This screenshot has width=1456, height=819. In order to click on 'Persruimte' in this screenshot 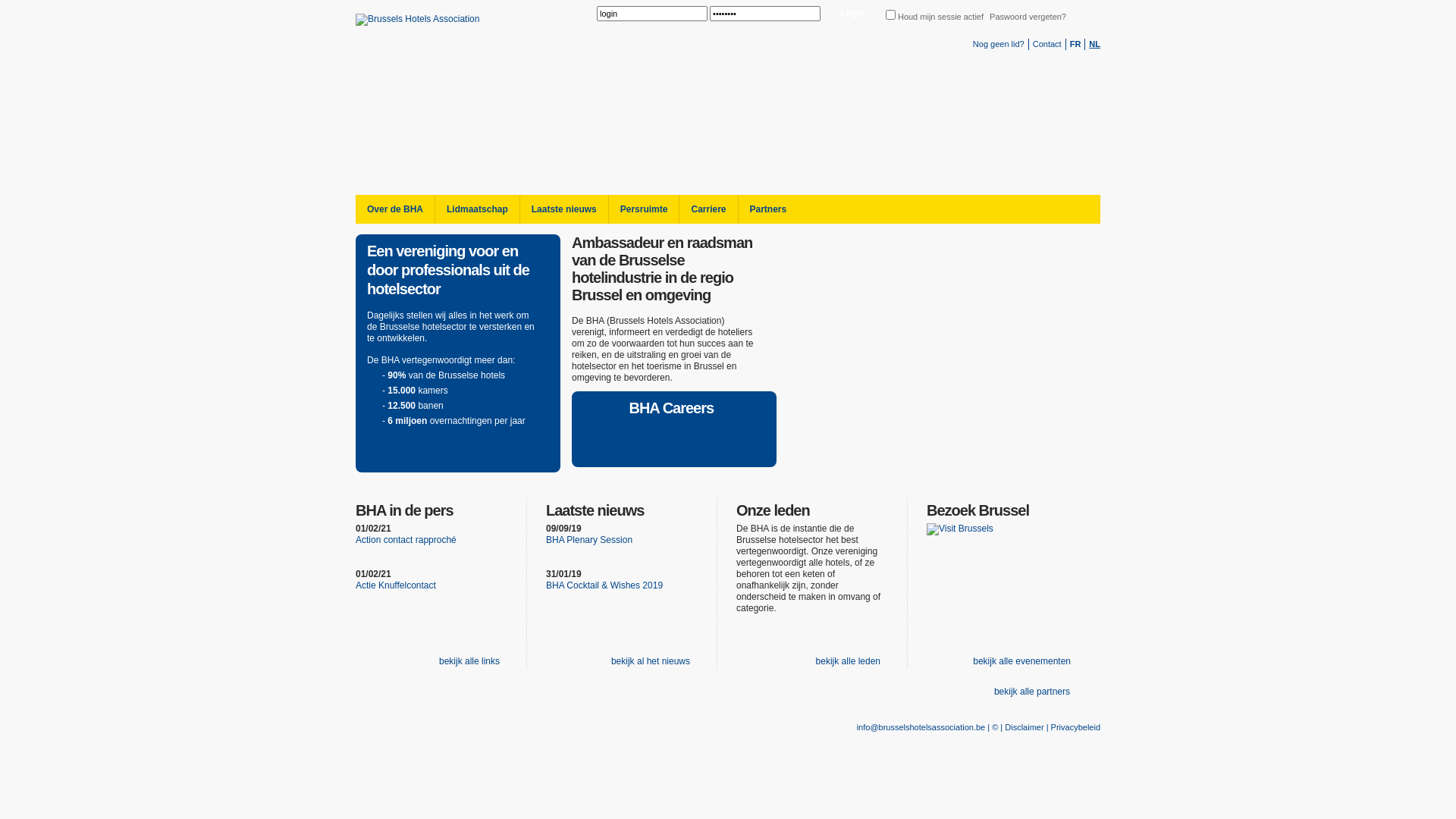, I will do `click(644, 209)`.